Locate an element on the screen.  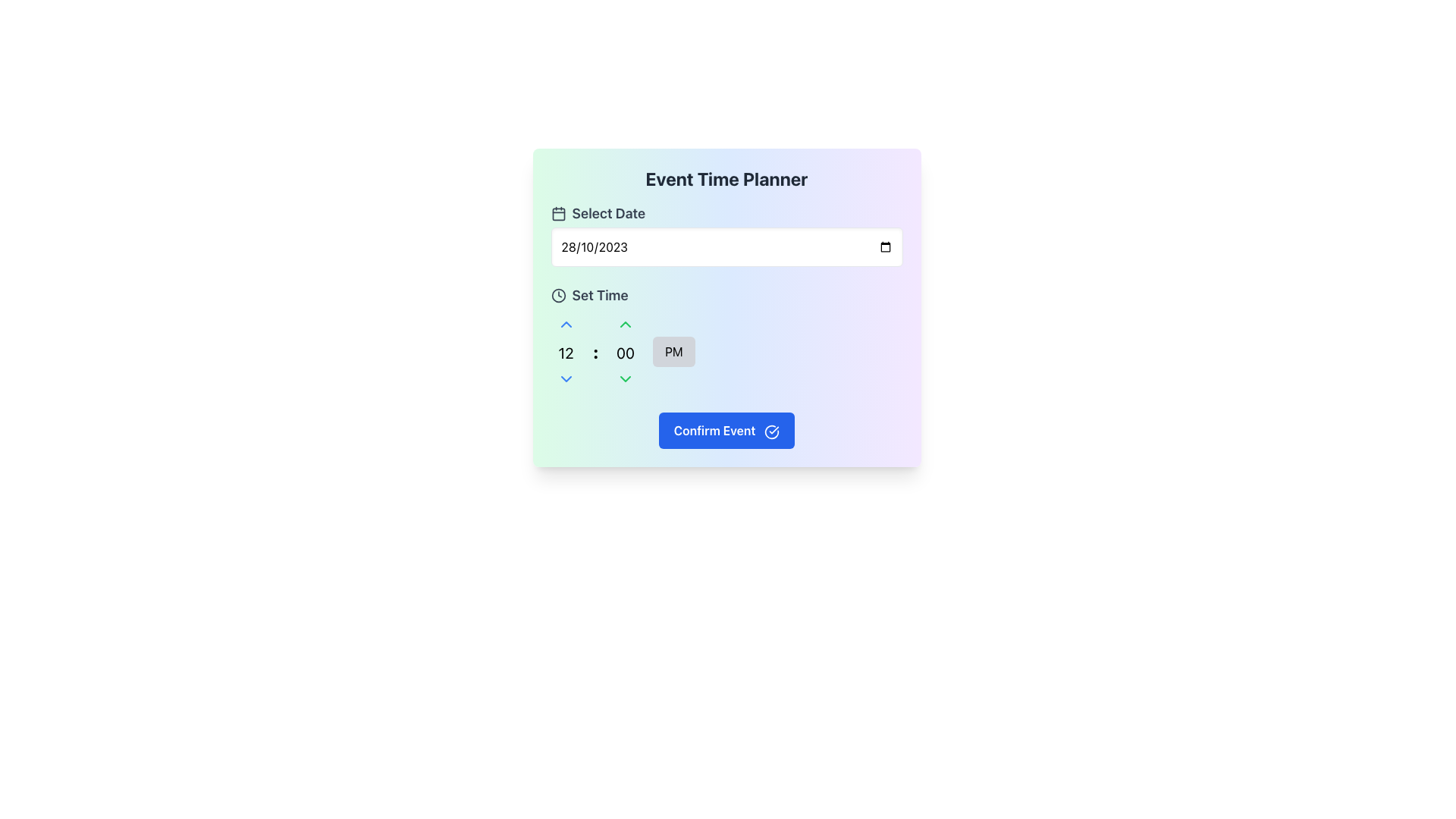
the confirm button located at the bottom center of the 'Event Time Planner' section to finalize the event details is located at coordinates (726, 430).